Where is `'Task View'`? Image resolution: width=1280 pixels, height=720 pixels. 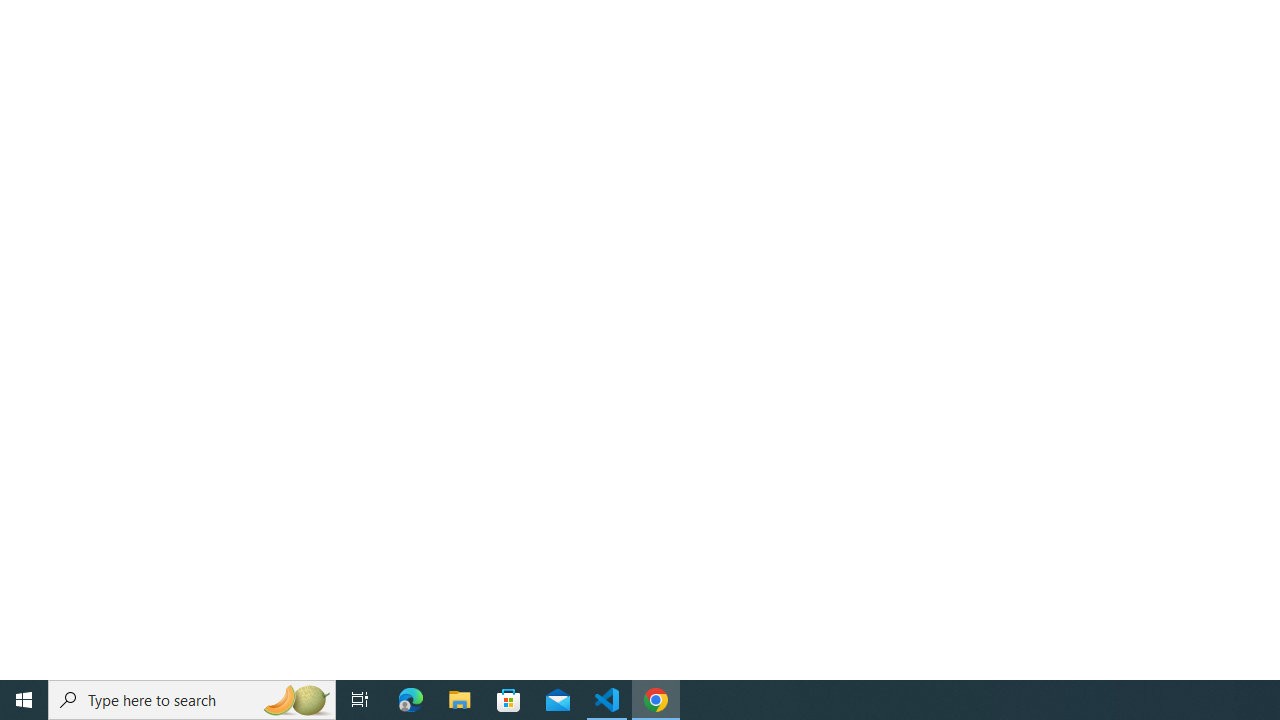 'Task View' is located at coordinates (359, 698).